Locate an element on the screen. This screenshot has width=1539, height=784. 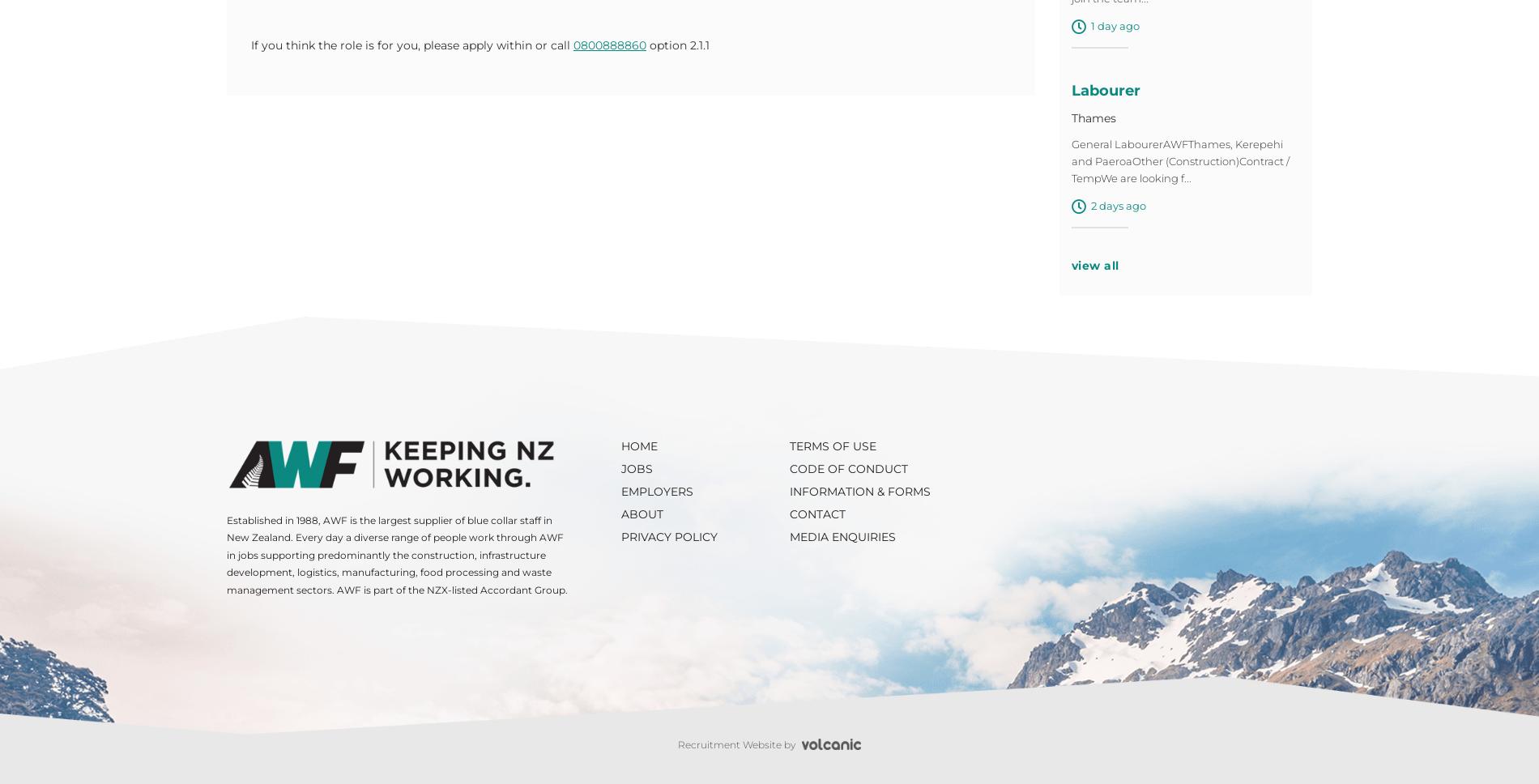
'Labourer' is located at coordinates (1104, 95).